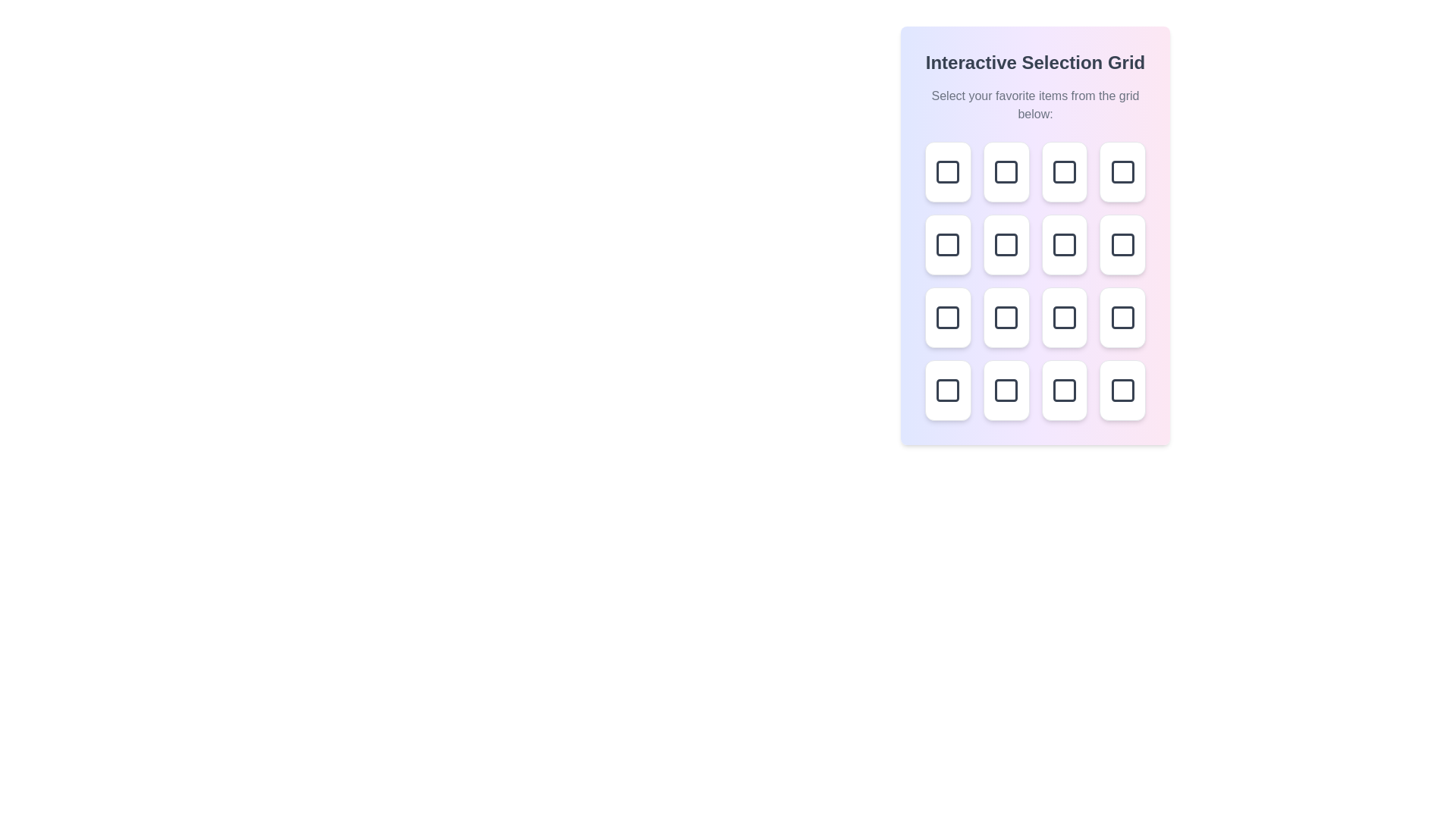 Image resolution: width=1456 pixels, height=819 pixels. What do you see at coordinates (1063, 390) in the screenshot?
I see `the inner square of the fifth item in the fourth row of the 'Interactive Selection Grid' by clicking on it` at bounding box center [1063, 390].